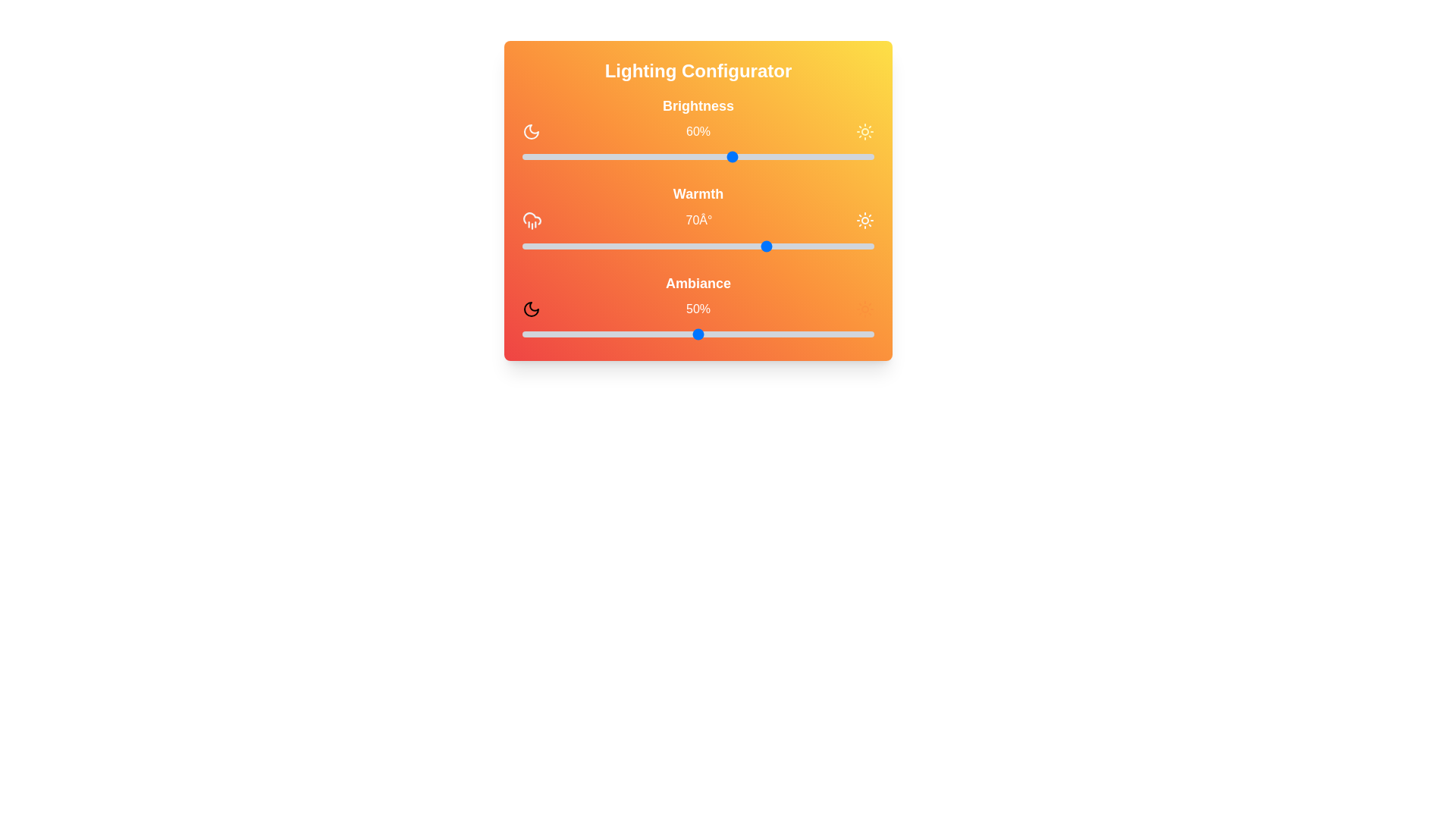  What do you see at coordinates (722, 333) in the screenshot?
I see `the ambiance slider to 57%` at bounding box center [722, 333].